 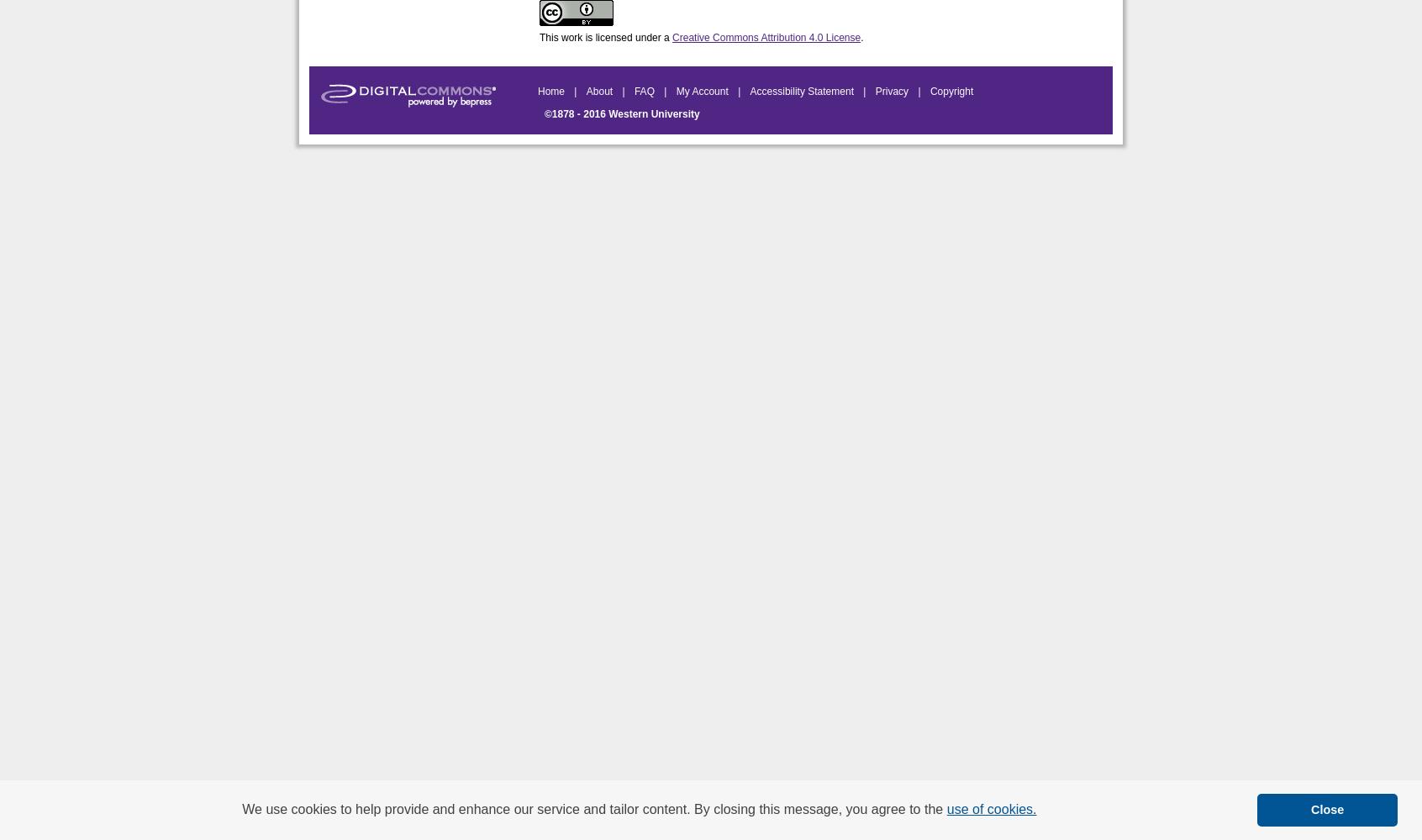 I want to click on 'My Account', so click(x=703, y=91).